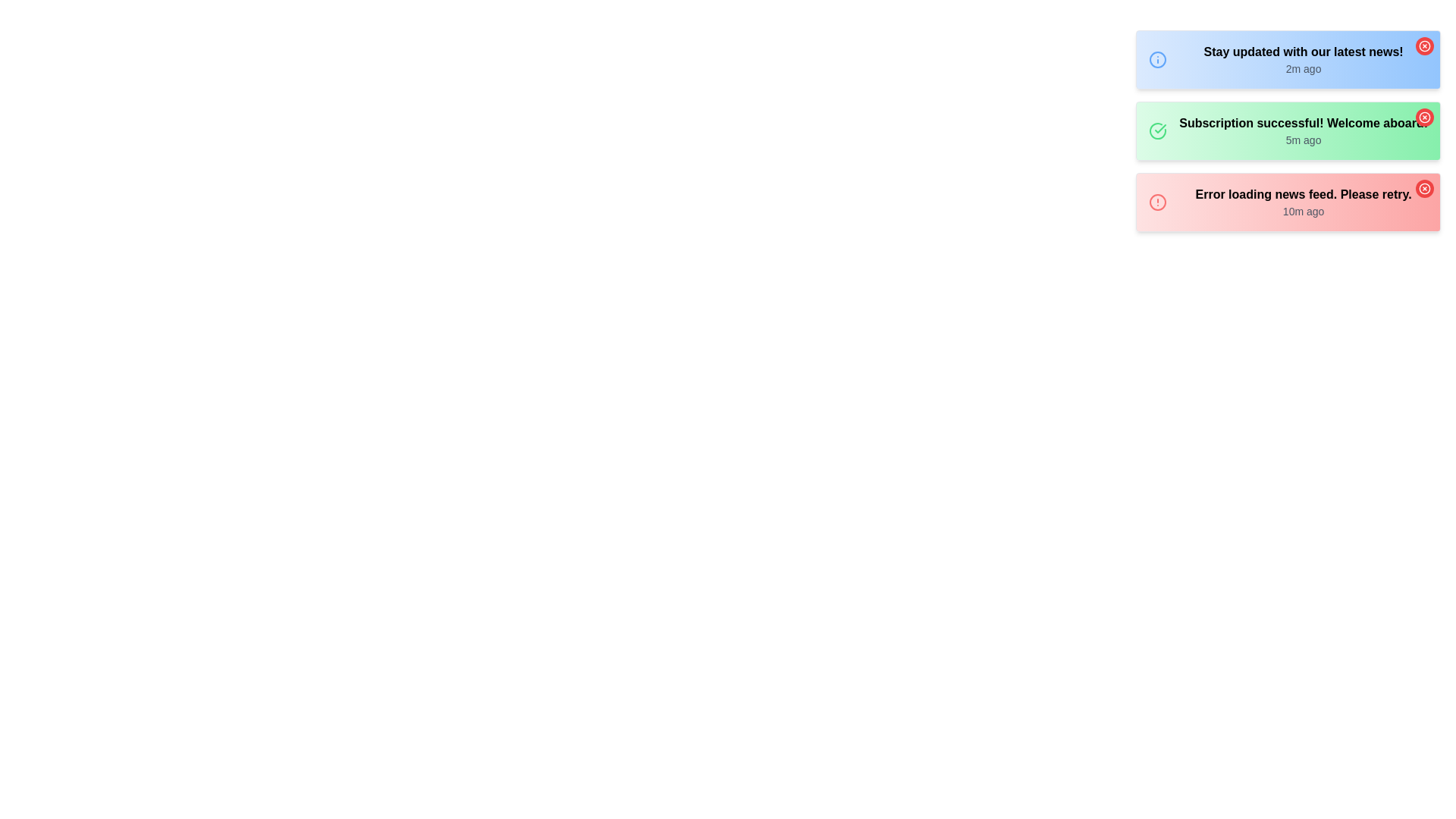 This screenshot has width=1456, height=819. What do you see at coordinates (1288, 130) in the screenshot?
I see `the success notification box, which is the second vertically stacked notification box` at bounding box center [1288, 130].